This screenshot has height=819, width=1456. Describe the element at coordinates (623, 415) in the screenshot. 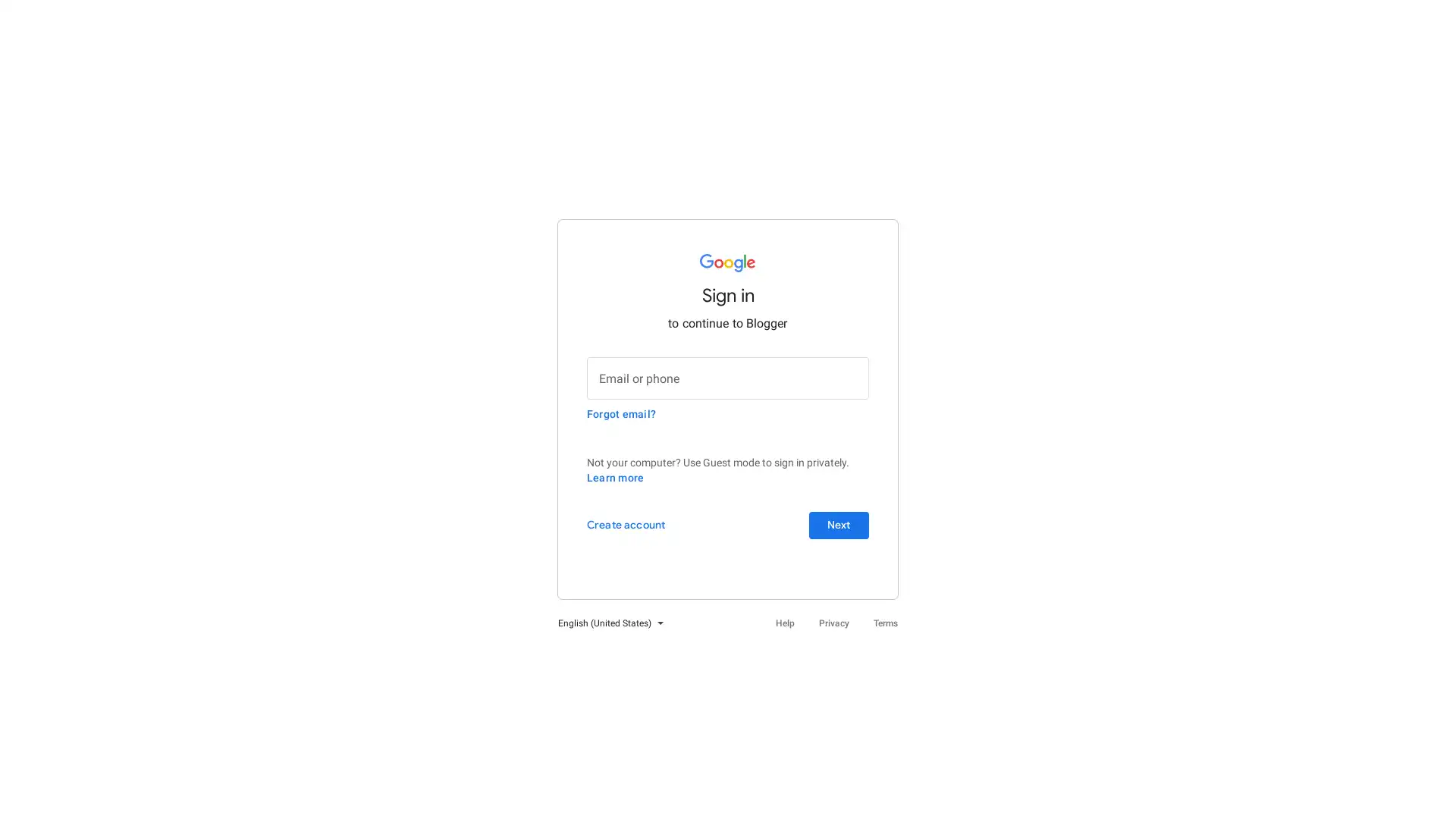

I see `Forgot email?` at that location.